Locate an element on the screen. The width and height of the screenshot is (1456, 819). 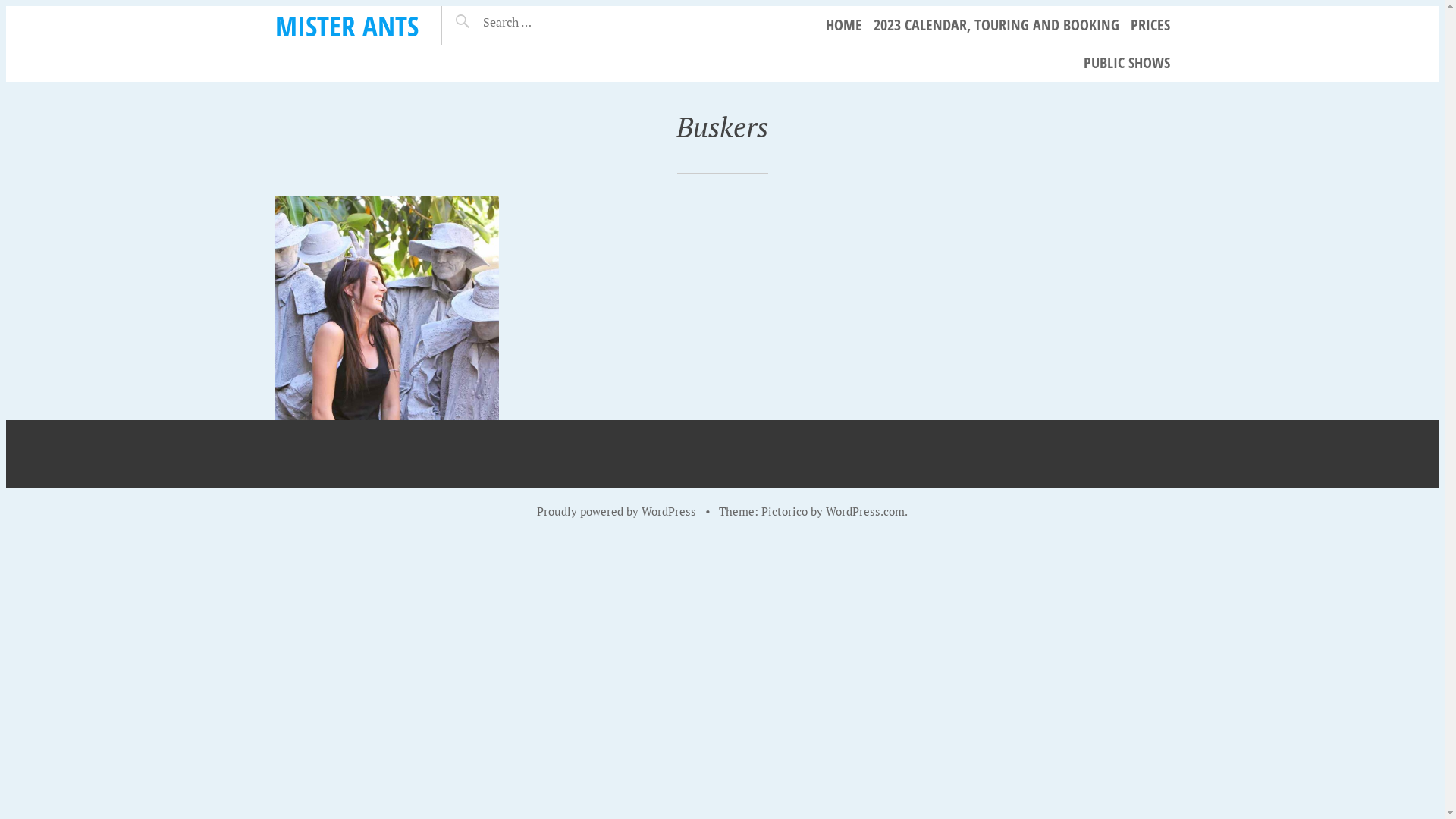
'HOME' is located at coordinates (843, 25).